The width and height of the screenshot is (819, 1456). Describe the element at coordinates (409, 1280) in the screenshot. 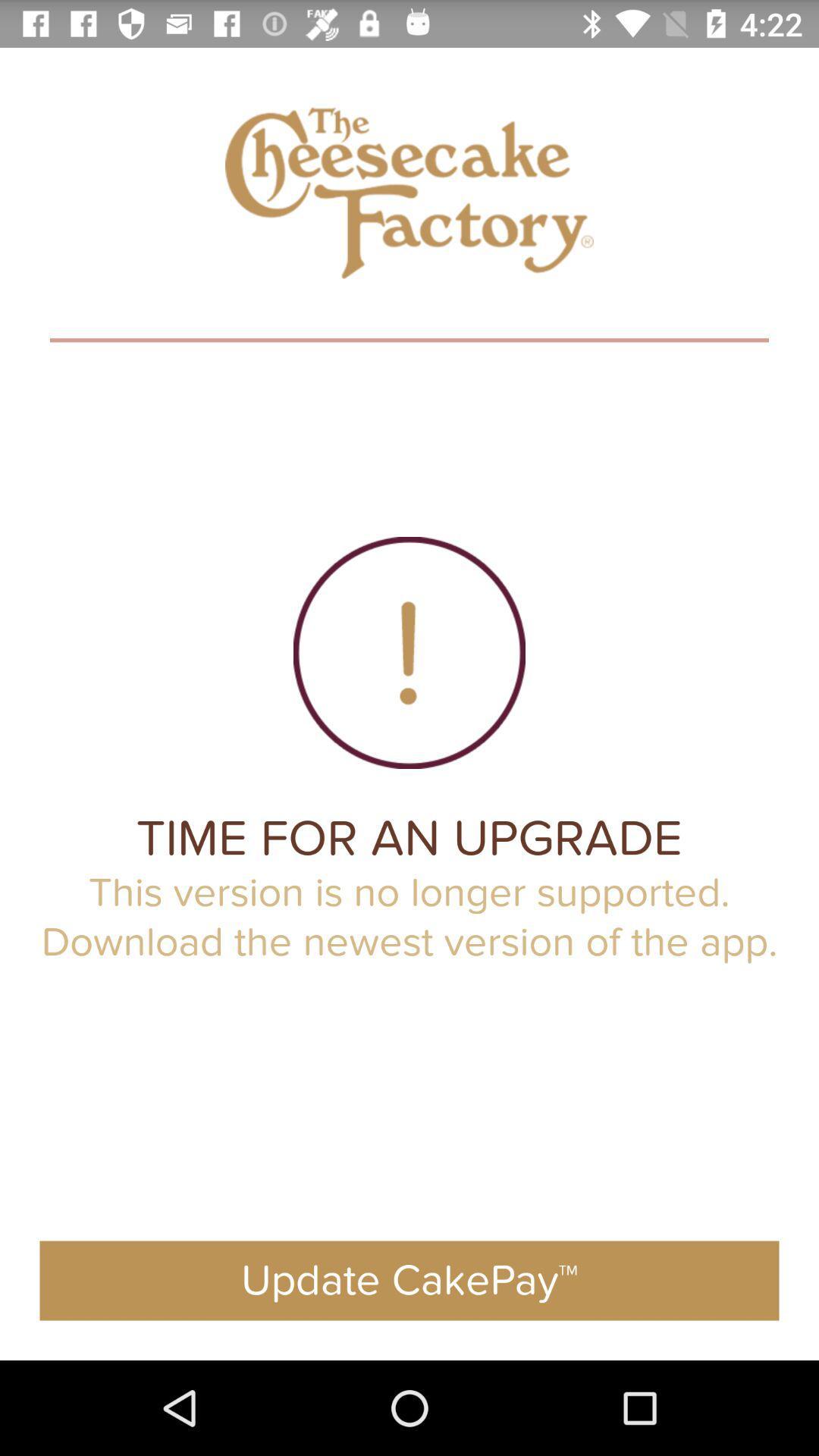

I see `the app below the this version is icon` at that location.